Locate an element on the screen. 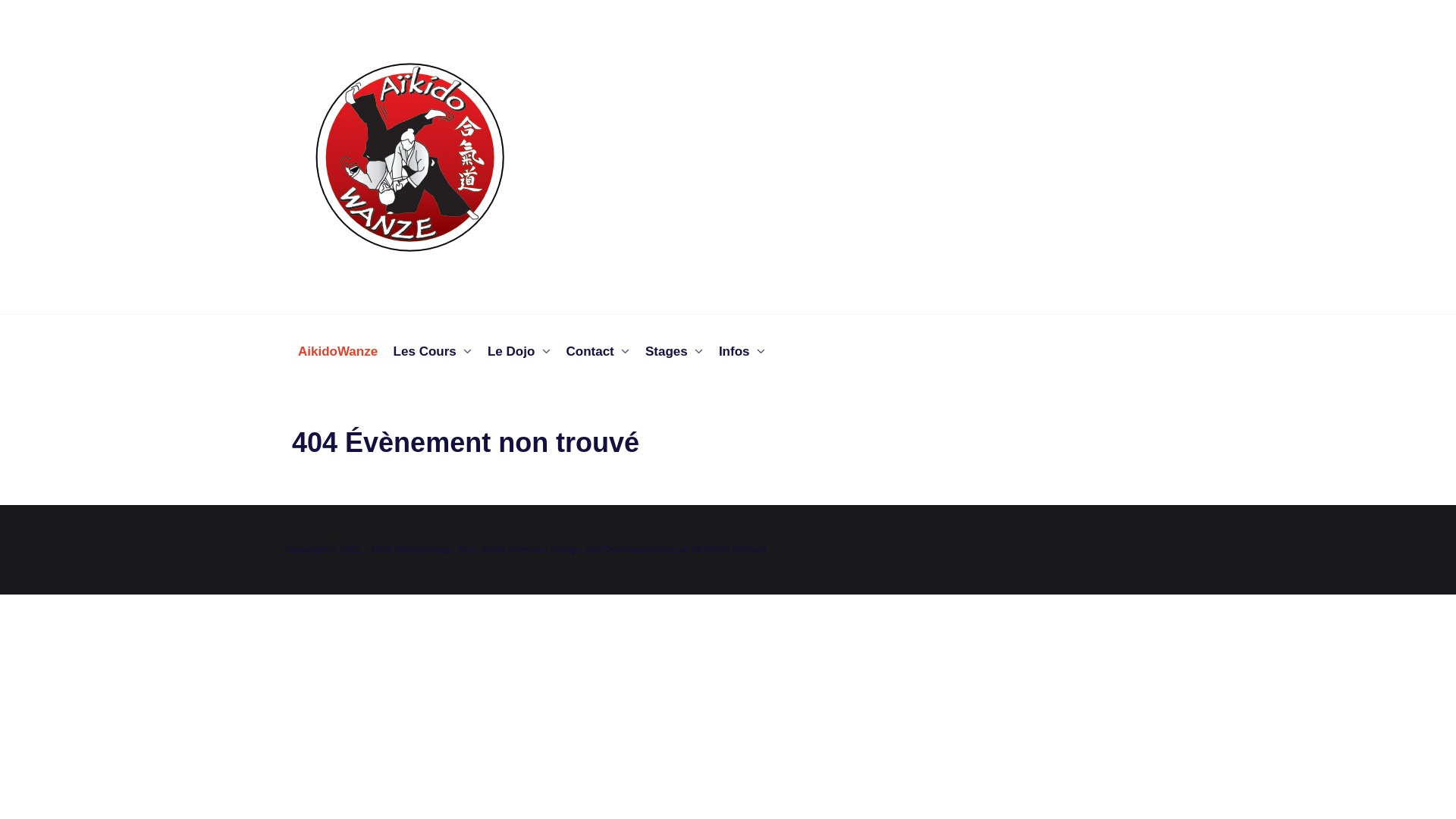 This screenshot has width=1456, height=819. 'Stages' is located at coordinates (673, 353).